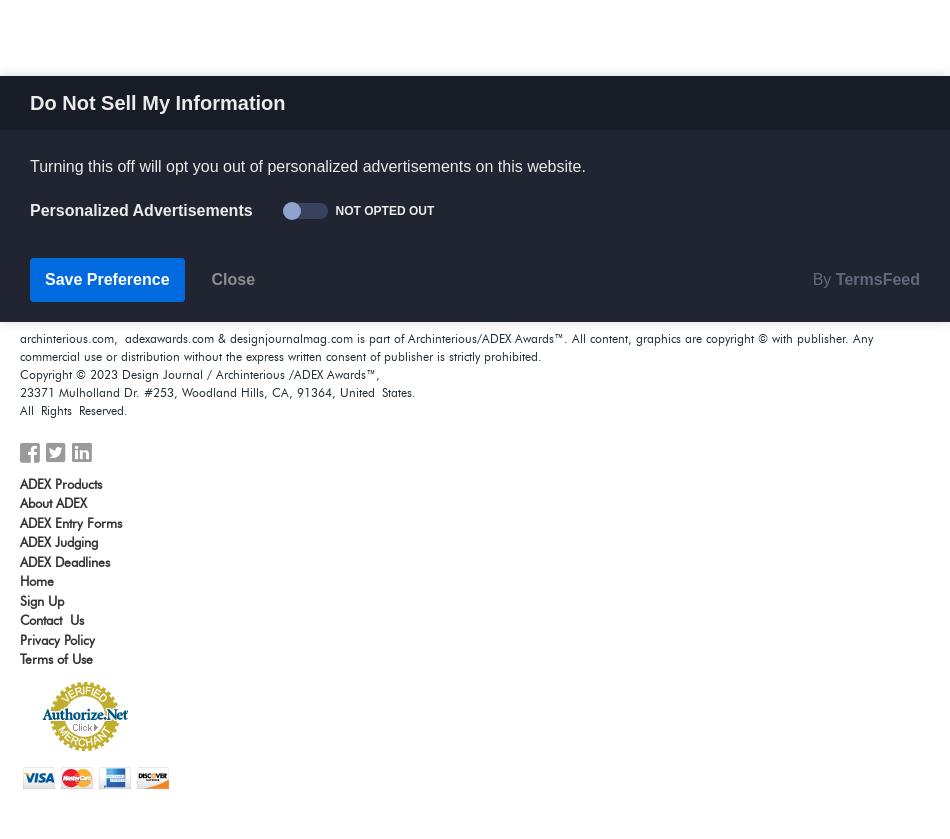 This screenshot has width=950, height=839. What do you see at coordinates (30, 210) in the screenshot?
I see `'Personalized Advertisements'` at bounding box center [30, 210].